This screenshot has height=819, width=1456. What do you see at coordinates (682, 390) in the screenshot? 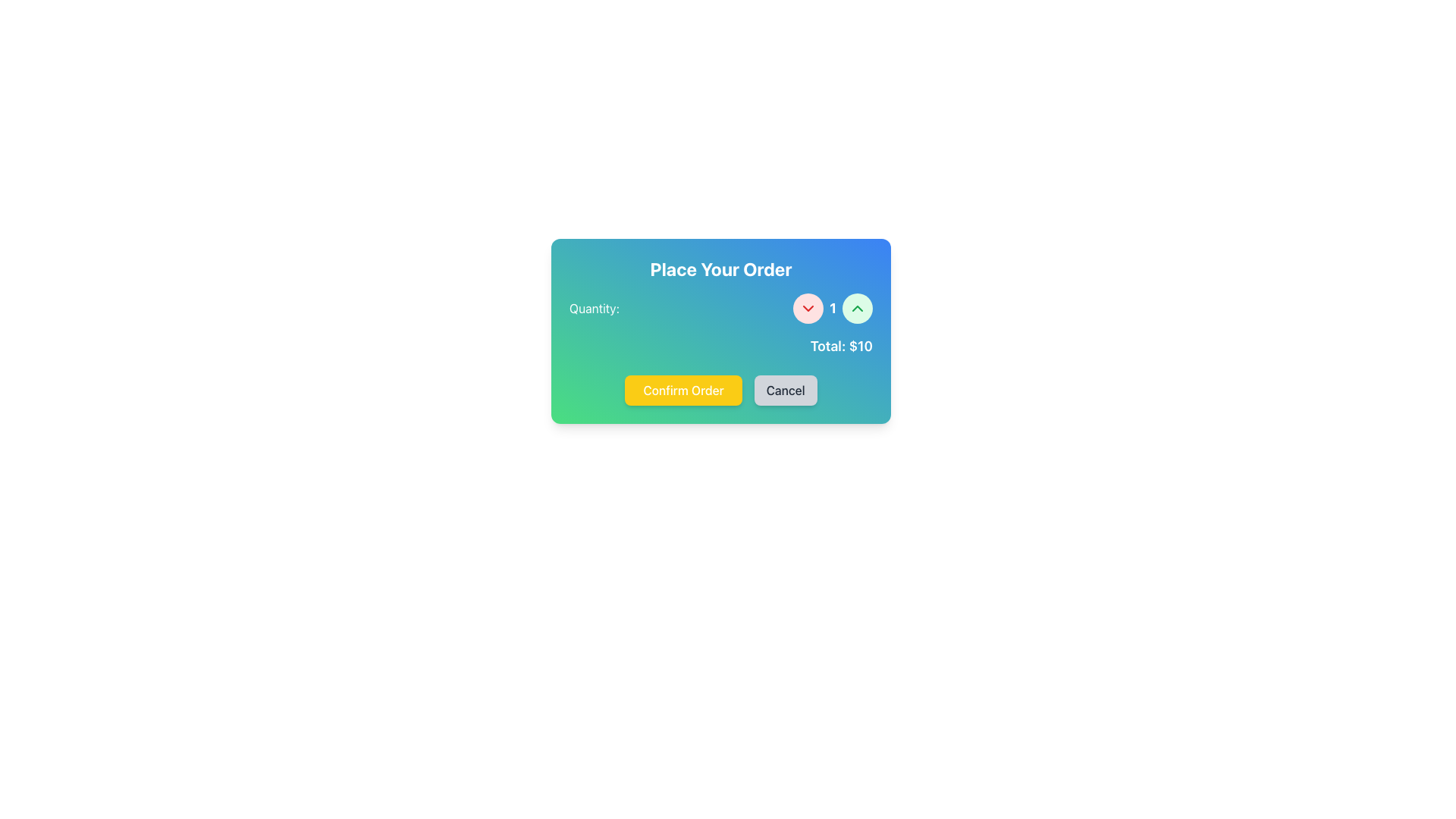
I see `the confirm order button located below the 'Place Your Order' text and to the left of the 'Cancel' button, finalizing the quantity and price details` at bounding box center [682, 390].